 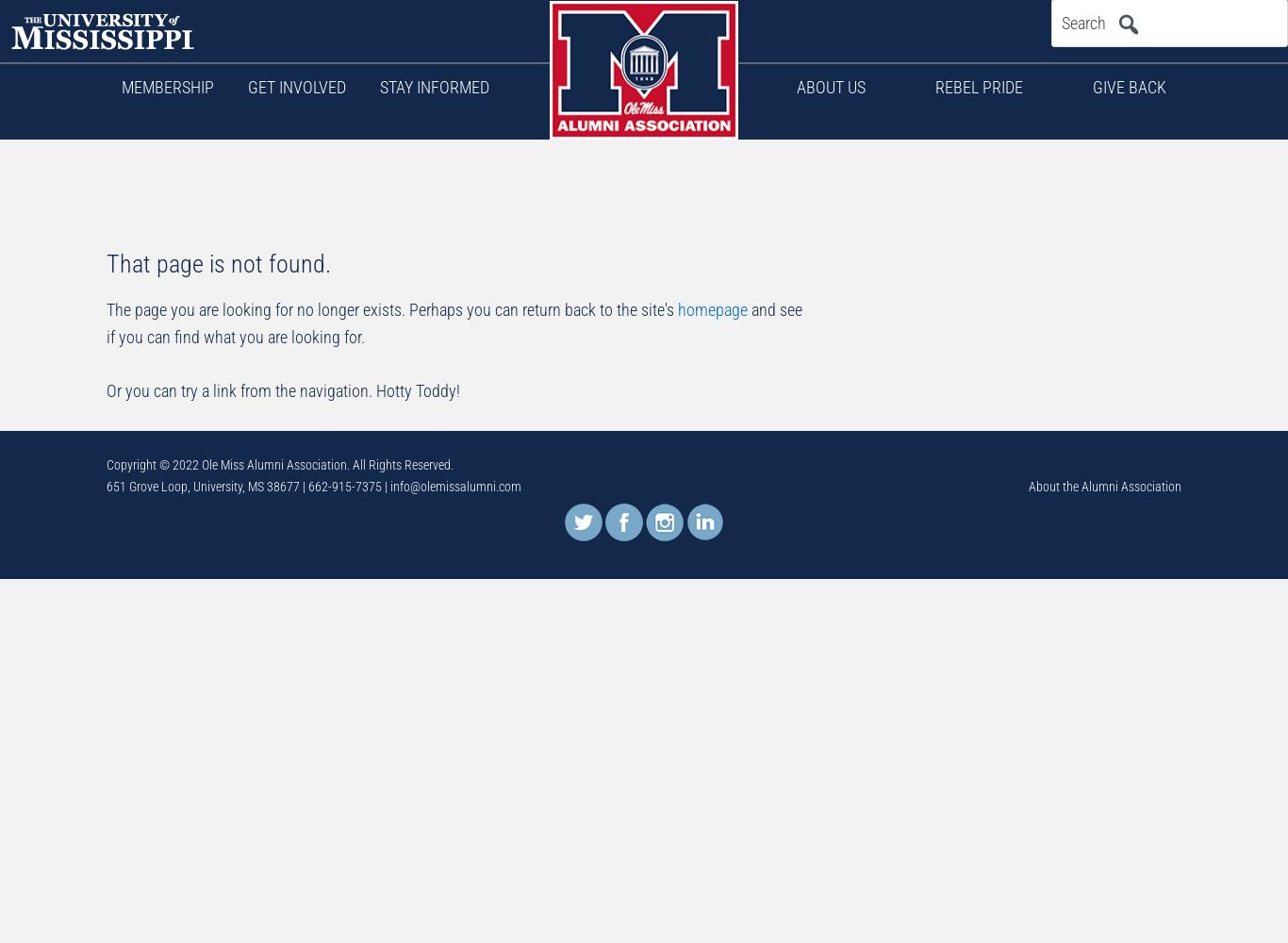 What do you see at coordinates (1105, 487) in the screenshot?
I see `'About the Alumni Association'` at bounding box center [1105, 487].